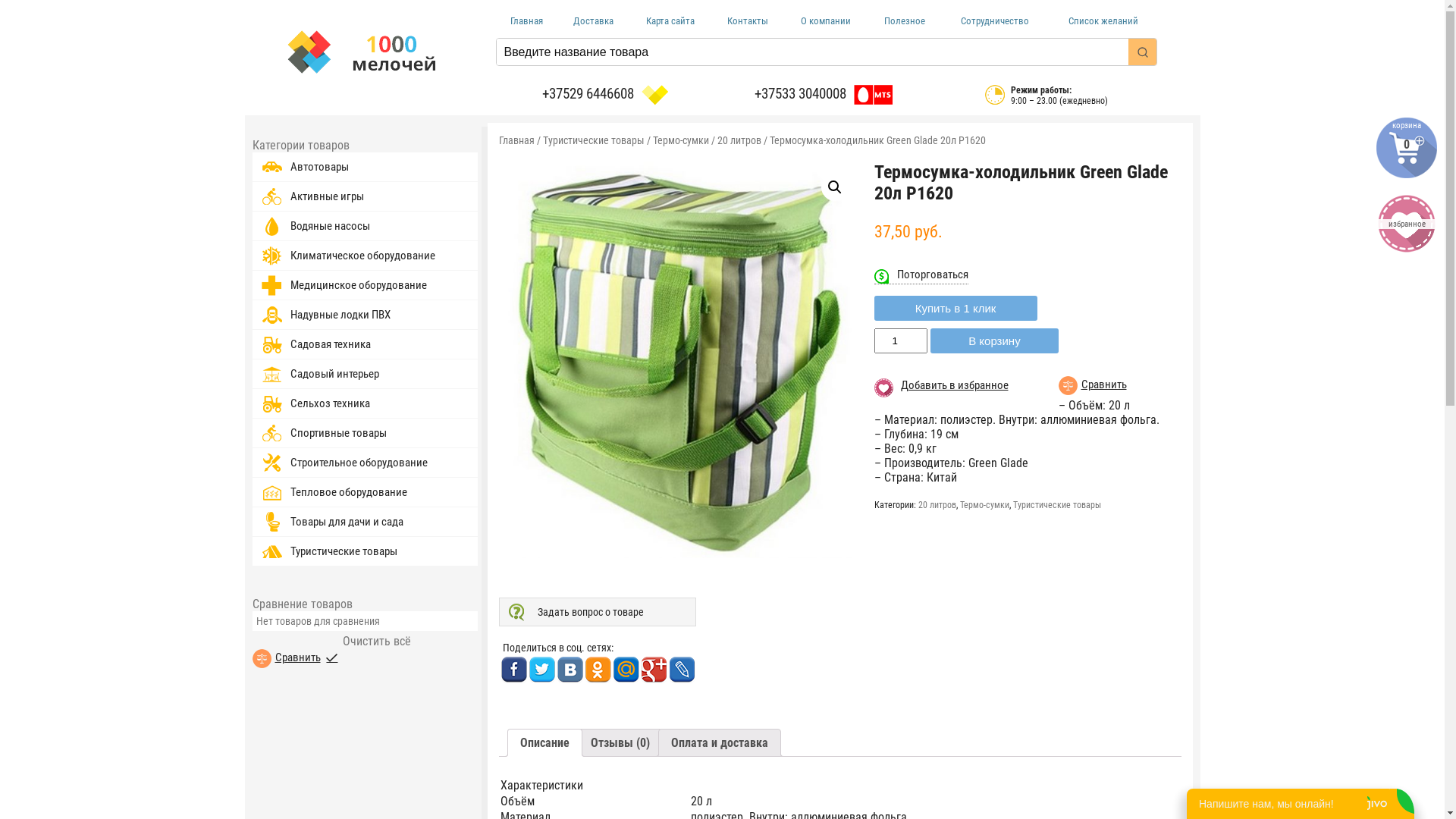  Describe the element at coordinates (513, 669) in the screenshot. I see `'Facebook'` at that location.